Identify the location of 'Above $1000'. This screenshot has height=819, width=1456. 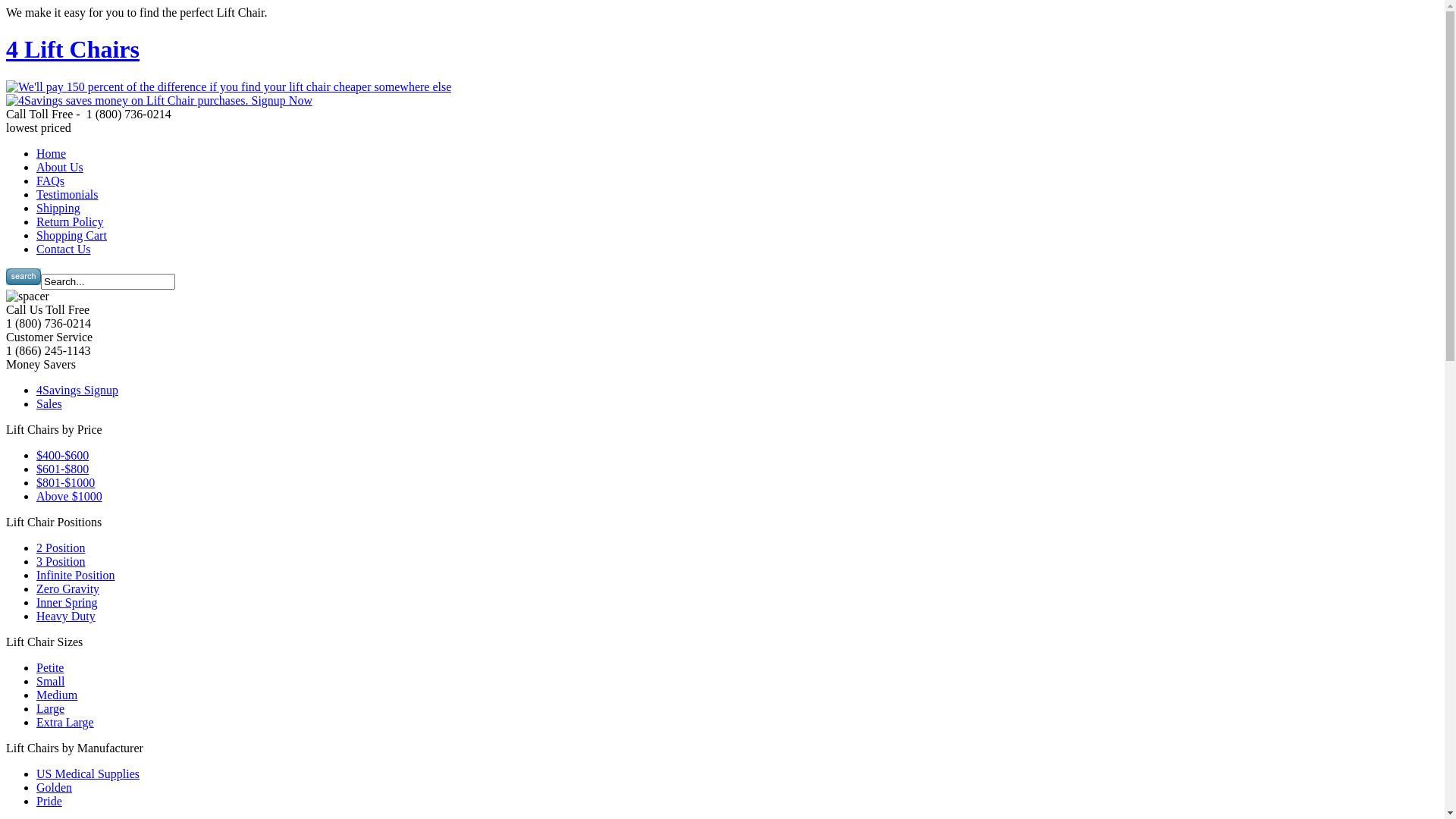
(68, 496).